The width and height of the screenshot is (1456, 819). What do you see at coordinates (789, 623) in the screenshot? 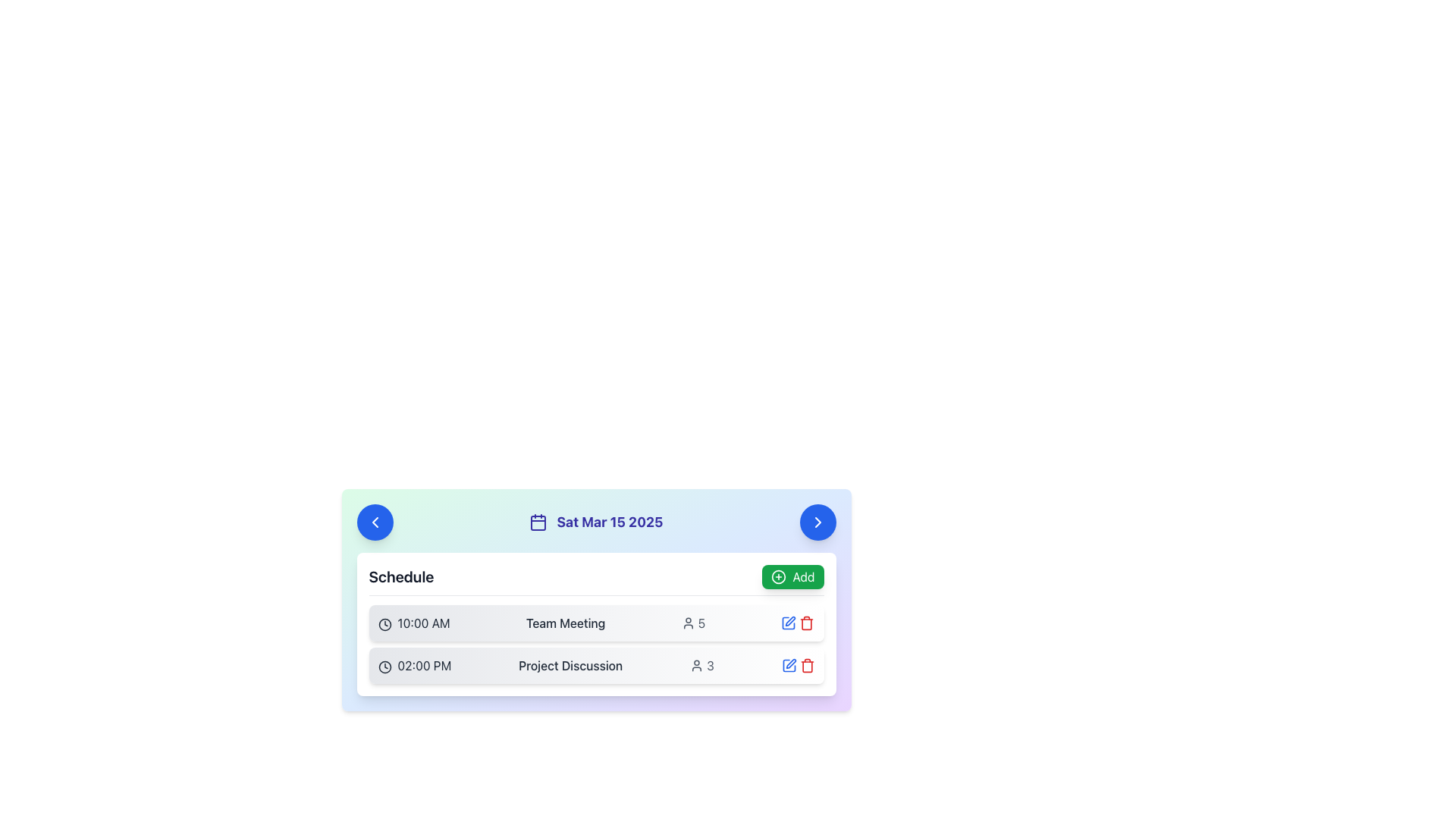
I see `the editable task icon featuring a pen overlay, which is a square frame icon located on the right-hand side of the interface, adjacent to the 'Project Discussion' task row's edit icon` at bounding box center [789, 623].